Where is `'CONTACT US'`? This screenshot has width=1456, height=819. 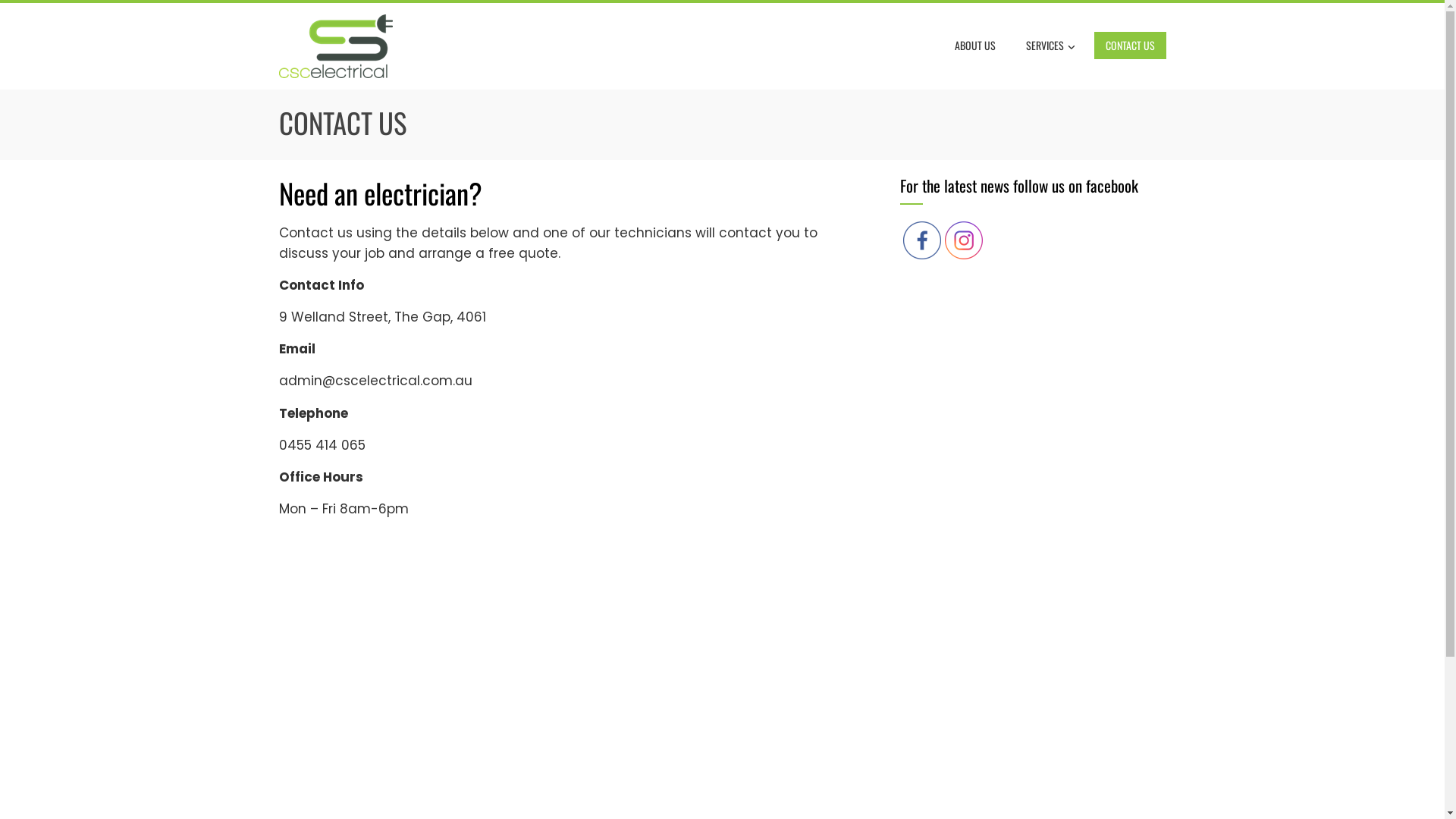
'CONTACT US' is located at coordinates (1093, 45).